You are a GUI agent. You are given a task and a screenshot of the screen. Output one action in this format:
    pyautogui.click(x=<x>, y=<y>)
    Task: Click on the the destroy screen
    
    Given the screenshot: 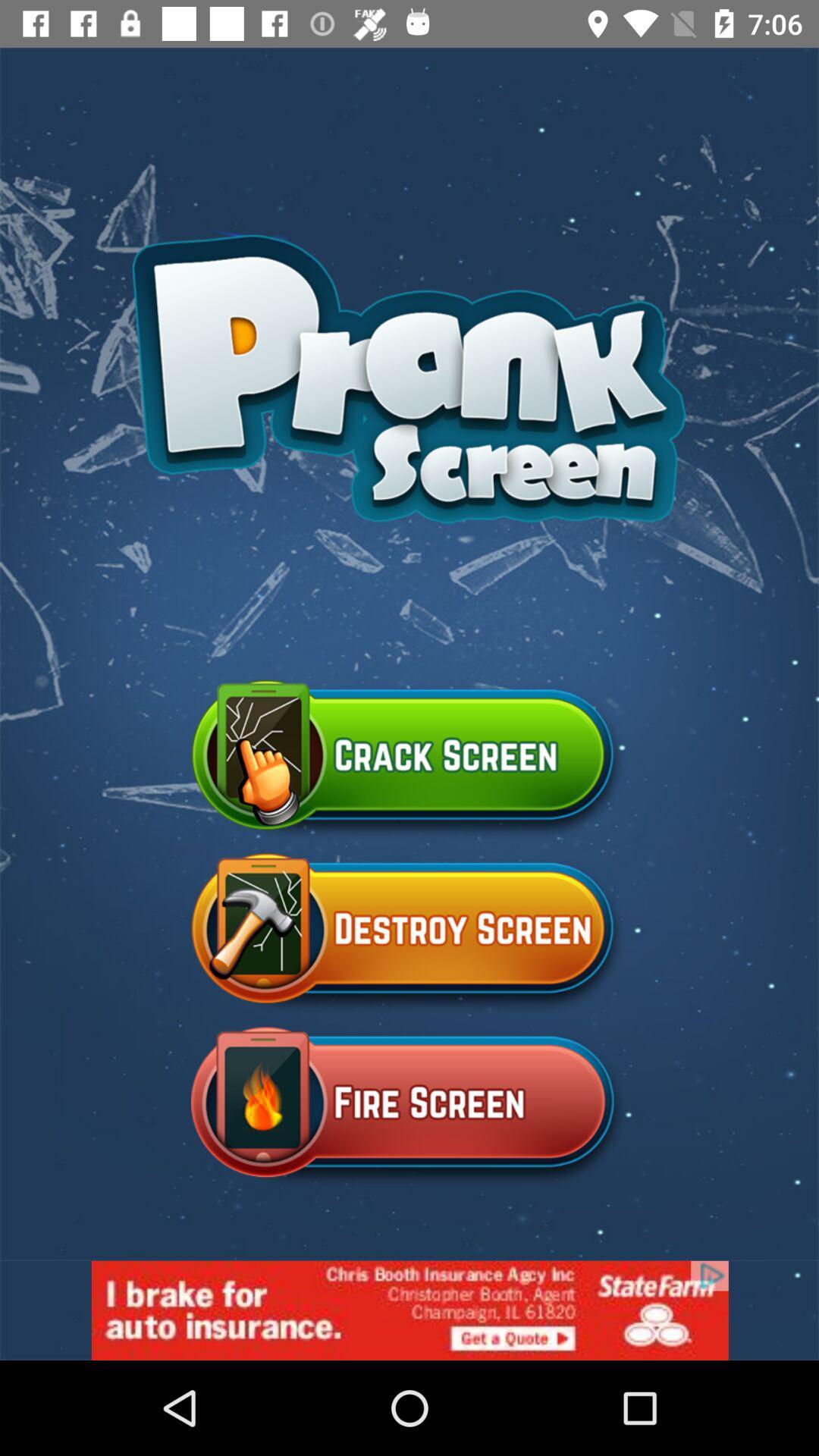 What is the action you would take?
    pyautogui.click(x=409, y=934)
    